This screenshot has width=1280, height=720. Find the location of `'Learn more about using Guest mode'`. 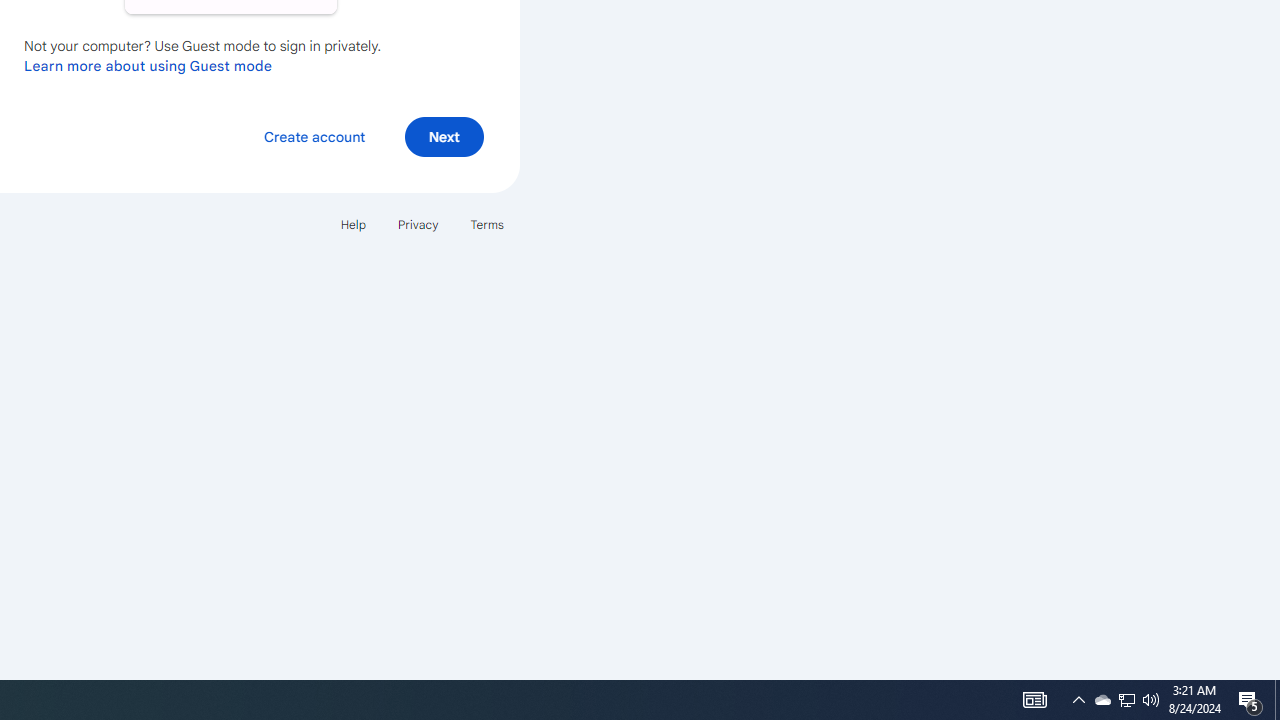

'Learn more about using Guest mode' is located at coordinates (147, 64).